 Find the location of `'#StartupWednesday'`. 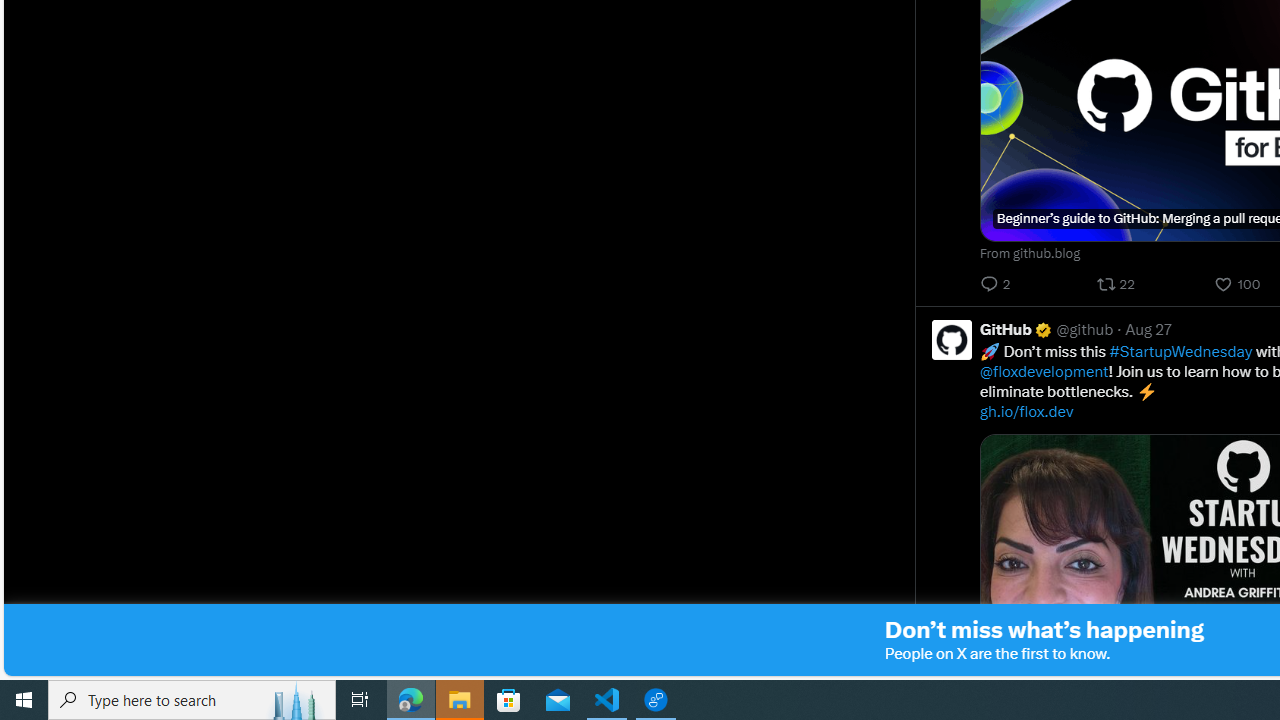

'#StartupWednesday' is located at coordinates (1180, 350).